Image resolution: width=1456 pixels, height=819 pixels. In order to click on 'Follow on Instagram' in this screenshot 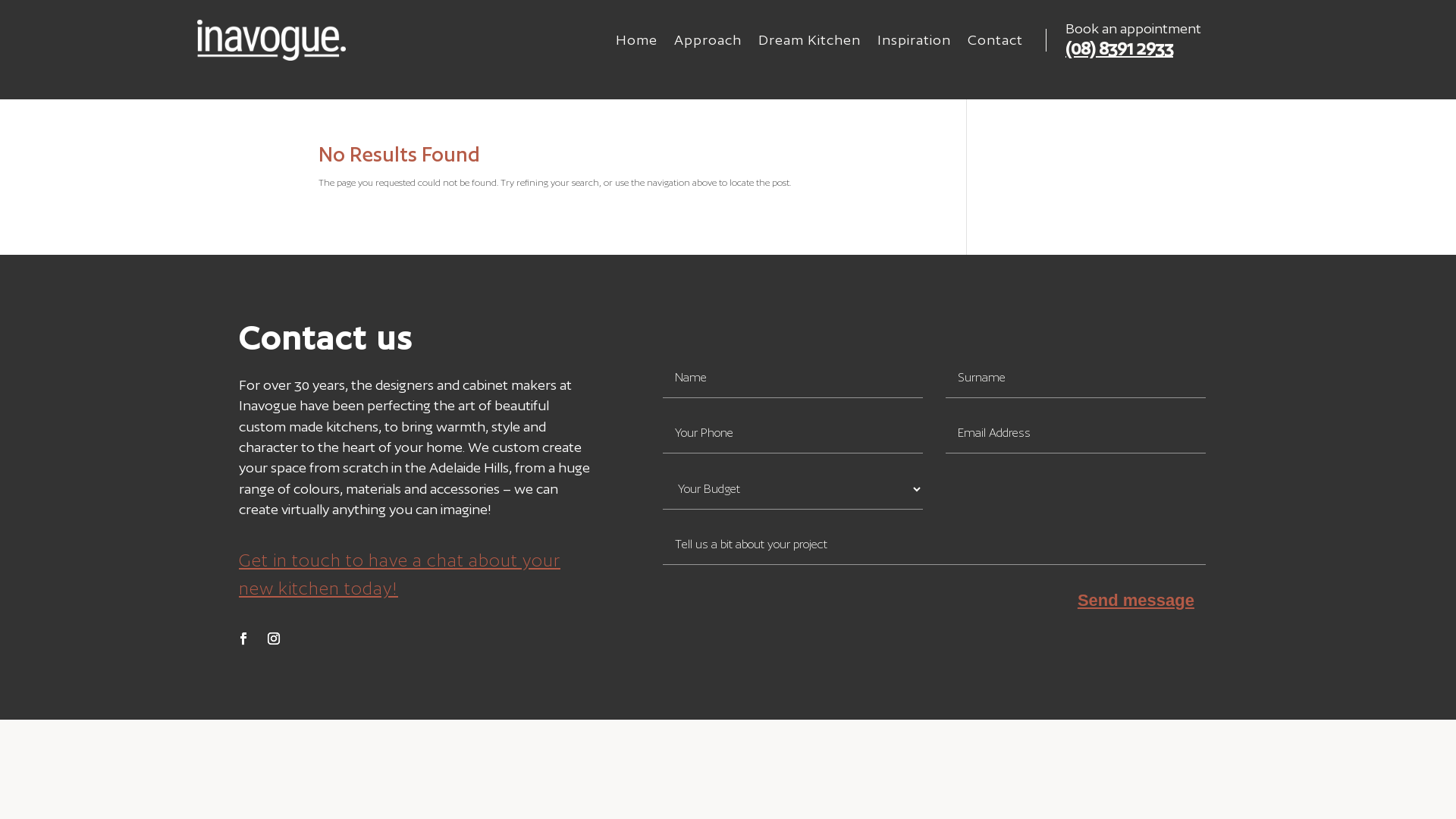, I will do `click(262, 638)`.